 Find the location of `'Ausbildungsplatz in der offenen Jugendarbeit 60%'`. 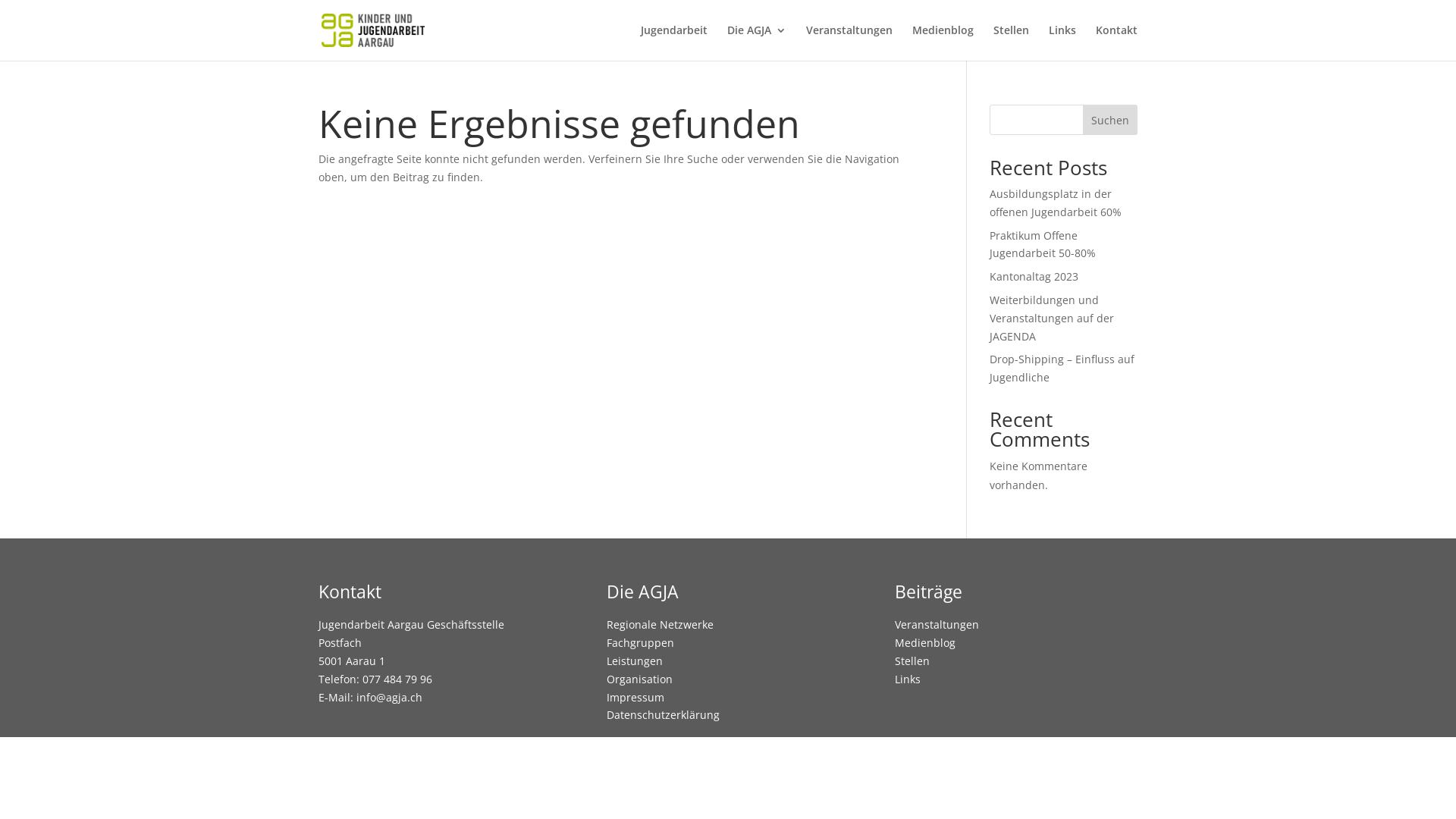

'Ausbildungsplatz in der offenen Jugendarbeit 60%' is located at coordinates (1055, 202).